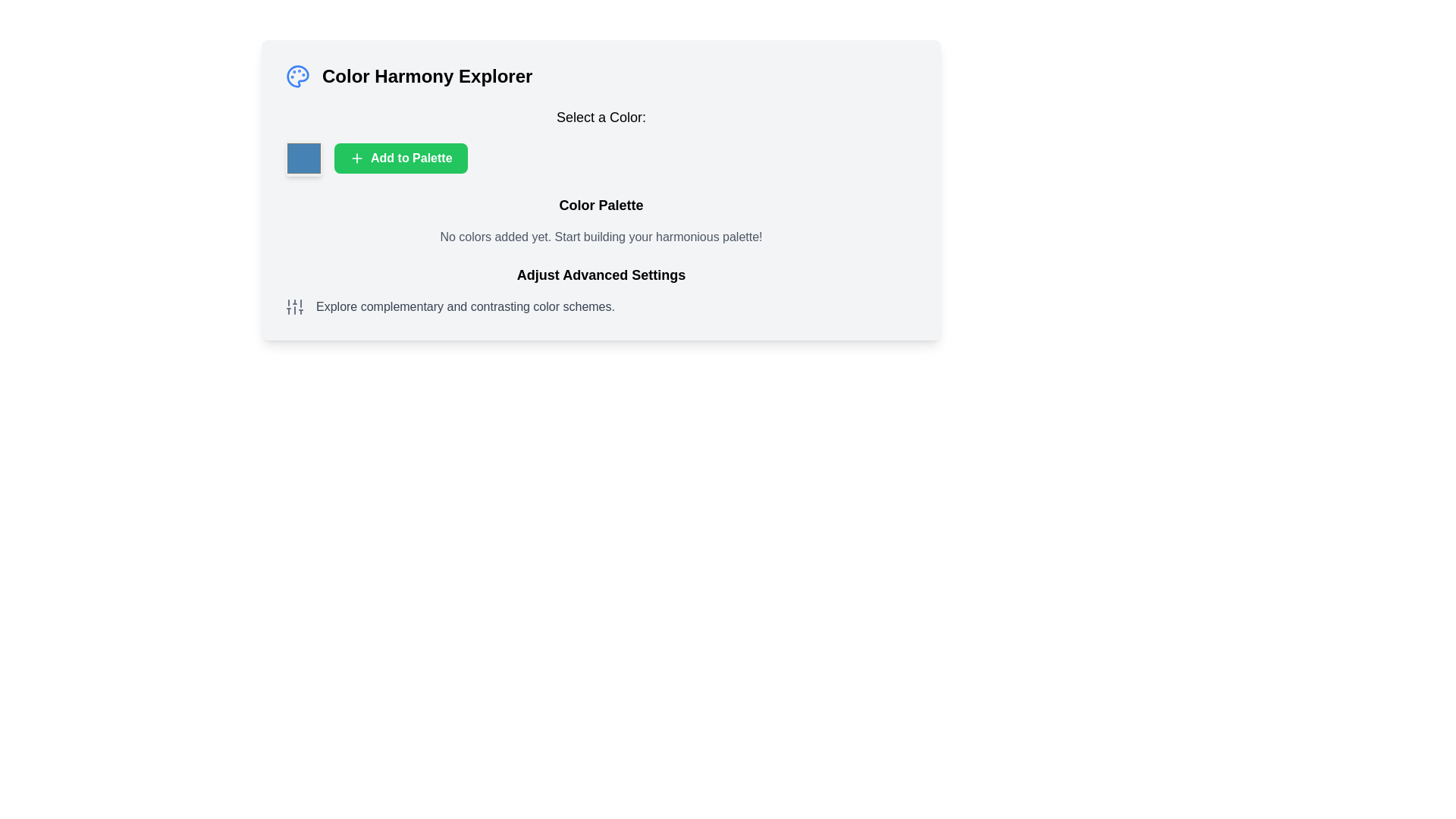 This screenshot has width=1456, height=819. What do you see at coordinates (600, 205) in the screenshot?
I see `text heading 'Color Palette' which is bold, large, and prominently displayed at the top of the section labeled 'Color Palette'` at bounding box center [600, 205].